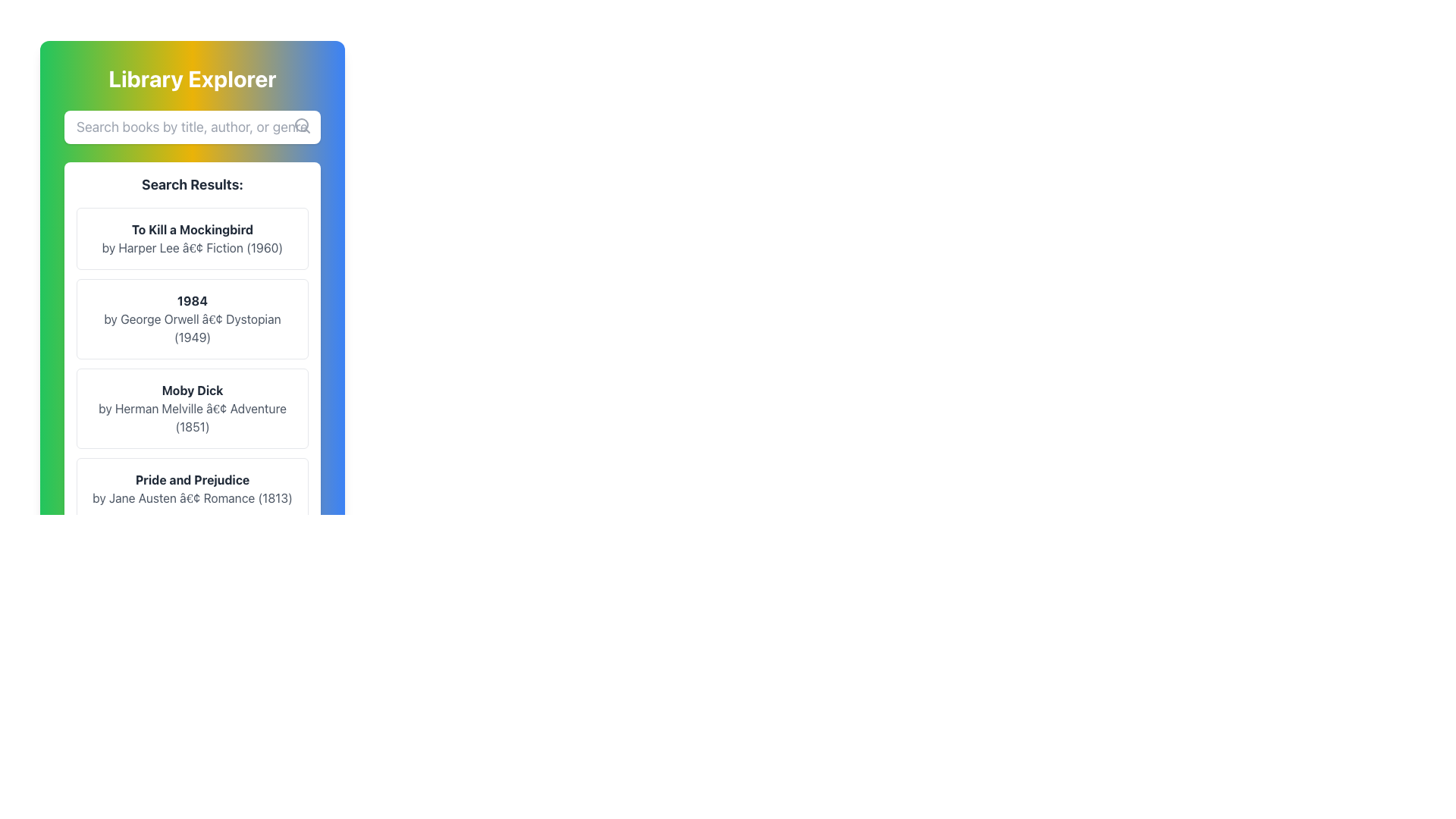 The height and width of the screenshot is (819, 1456). I want to click on the text element containing 'by Jane Austen • Romance (1813)' that is located beneath the title 'Pride and Prejudice' in the card layout, so click(192, 497).